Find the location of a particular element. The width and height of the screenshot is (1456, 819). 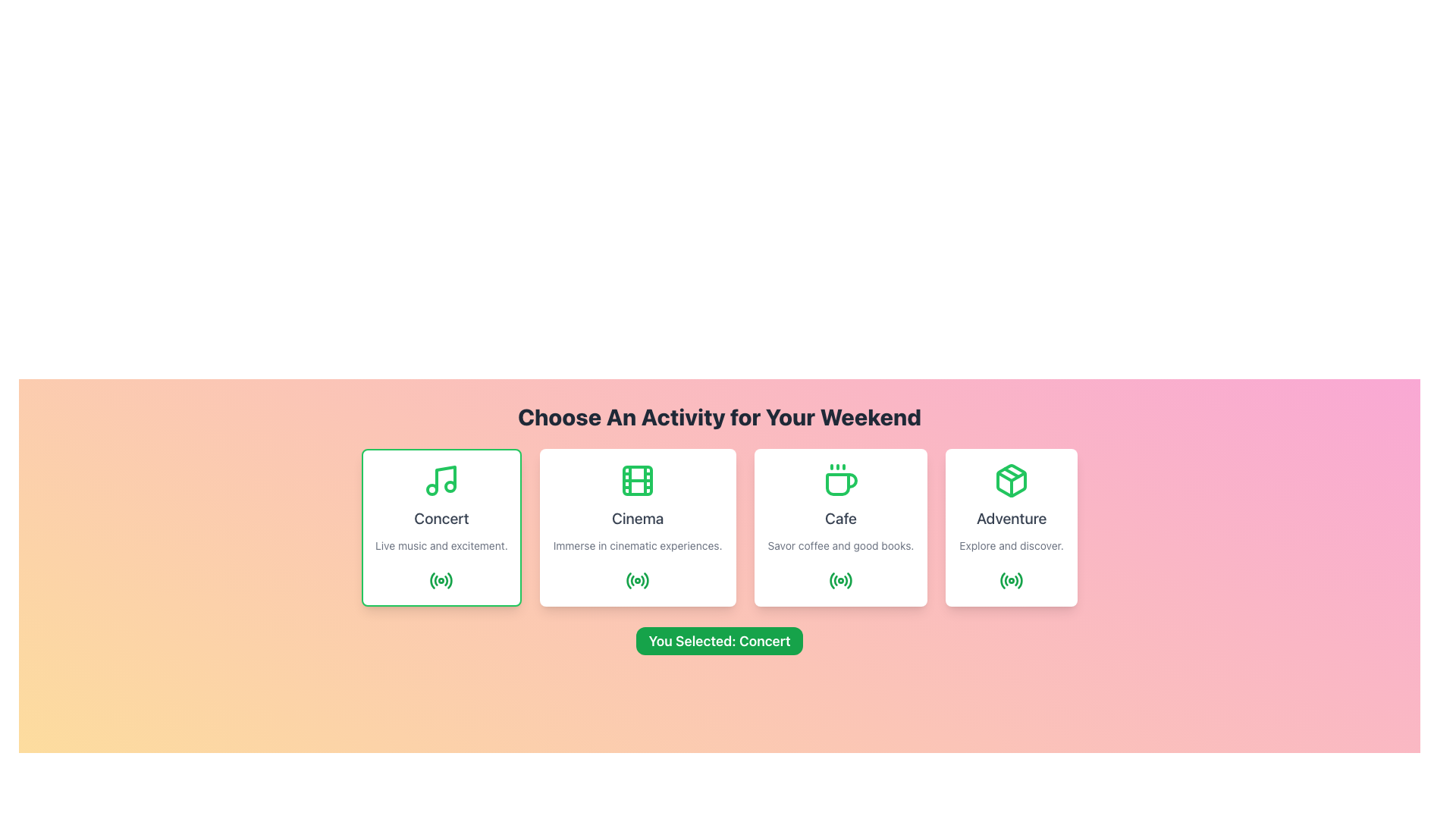

the green rectangular text banner that displays 'You Selected: Concert', which is located below the activity selection cards is located at coordinates (719, 640).